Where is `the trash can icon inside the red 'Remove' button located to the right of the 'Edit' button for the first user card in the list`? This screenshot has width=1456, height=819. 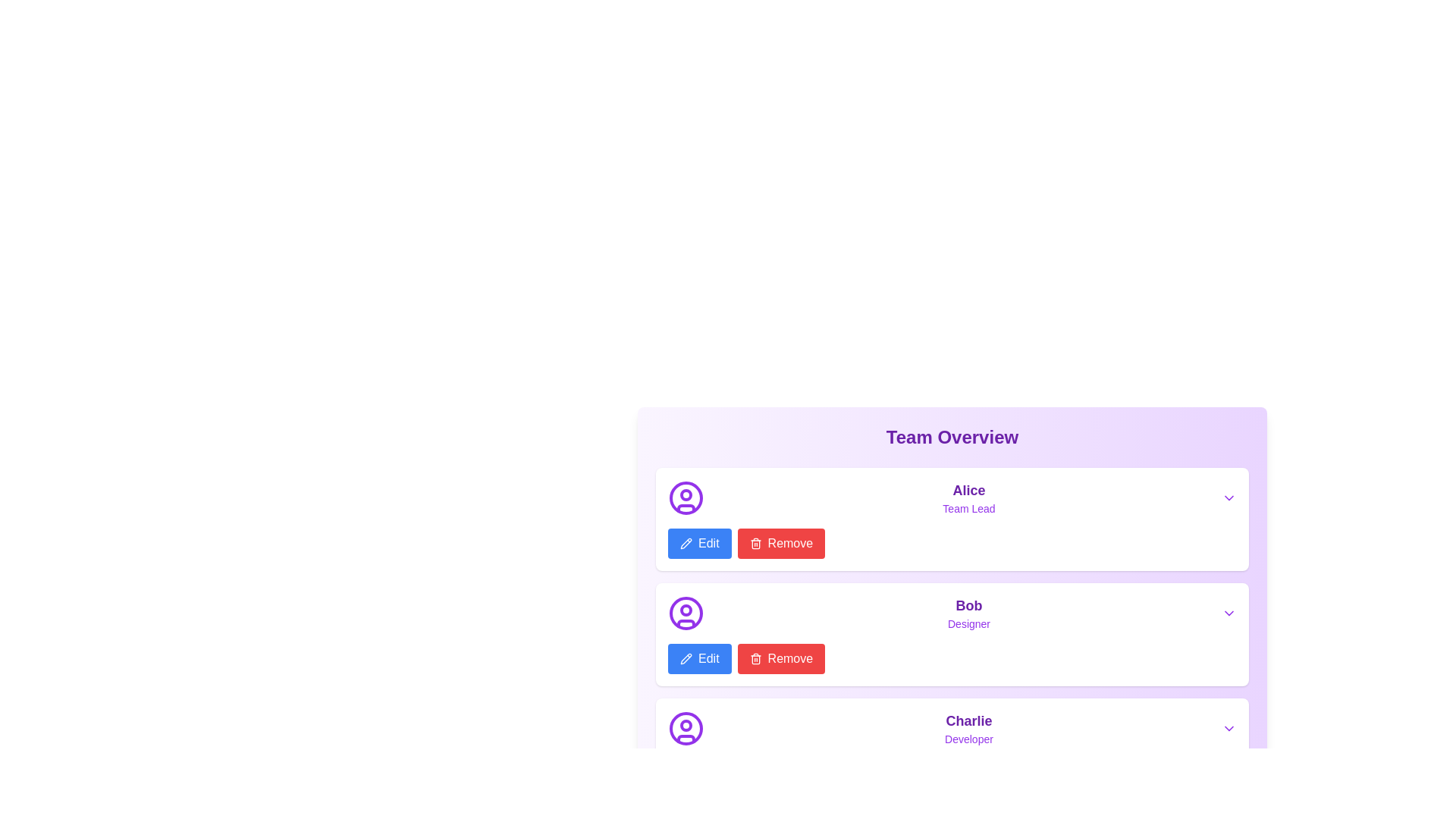
the trash can icon inside the red 'Remove' button located to the right of the 'Edit' button for the first user card in the list is located at coordinates (755, 543).